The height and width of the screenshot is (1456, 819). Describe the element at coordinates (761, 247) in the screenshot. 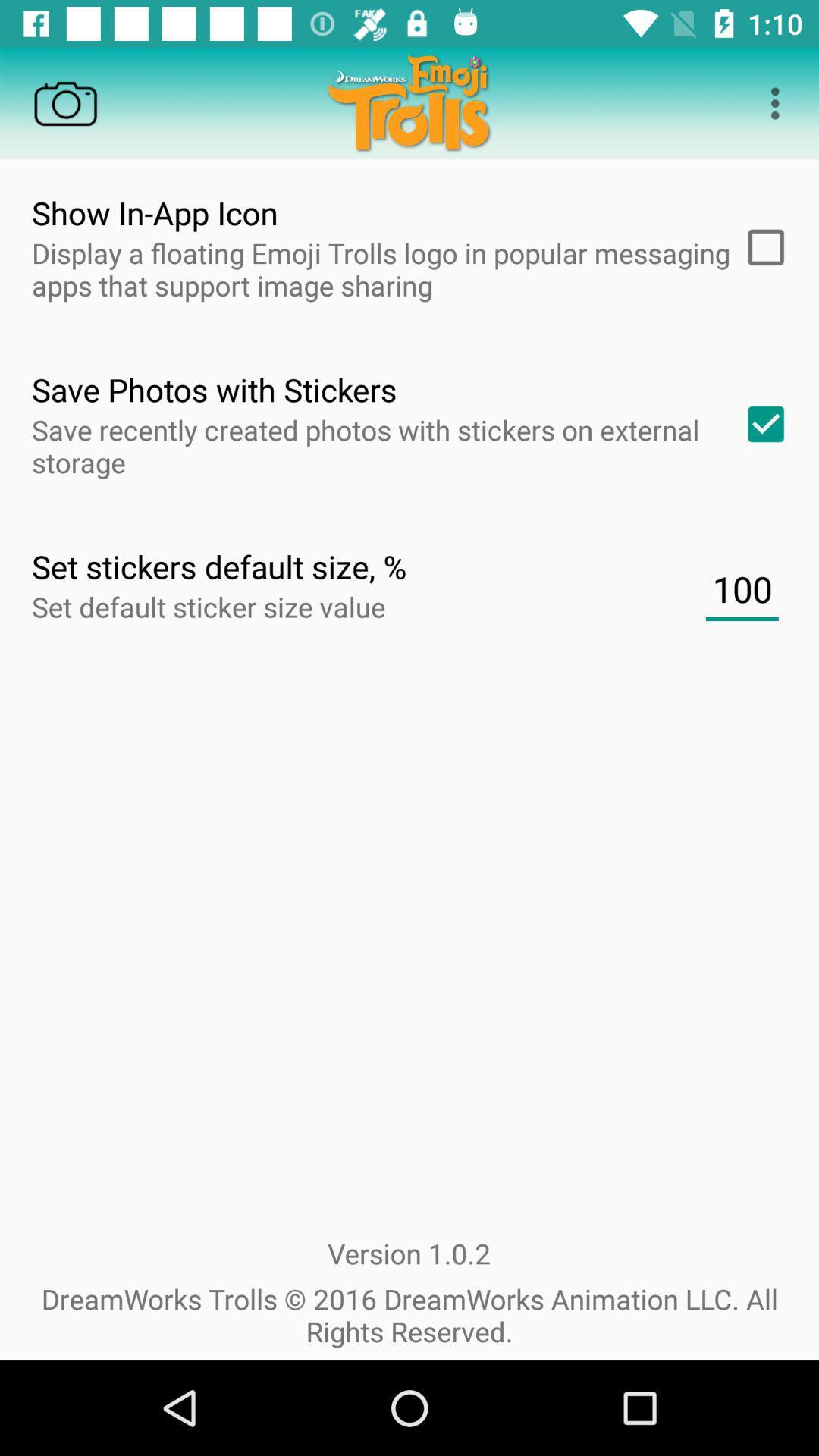

I see `item next to display a floating item` at that location.